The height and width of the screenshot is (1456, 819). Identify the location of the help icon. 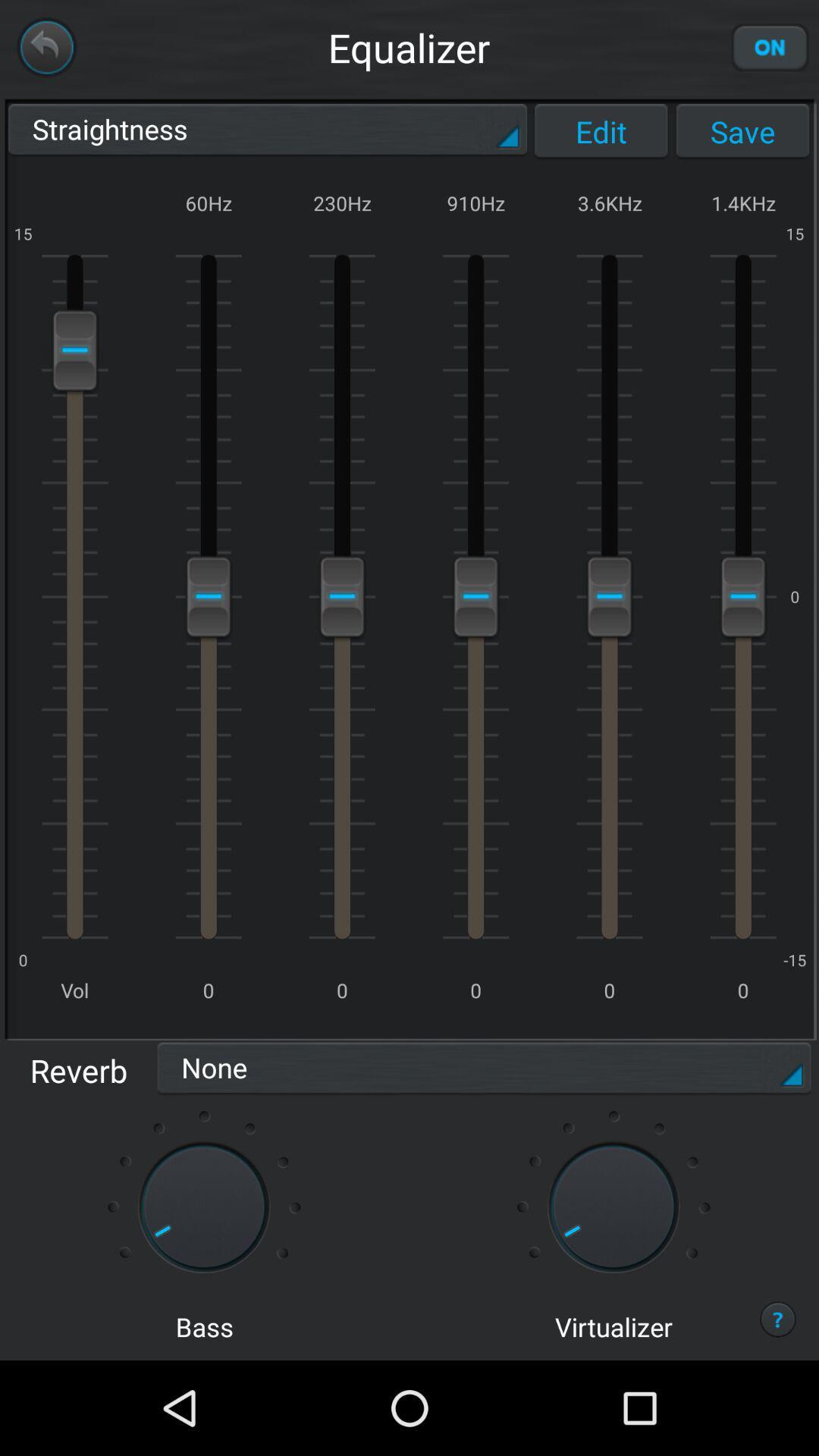
(778, 1411).